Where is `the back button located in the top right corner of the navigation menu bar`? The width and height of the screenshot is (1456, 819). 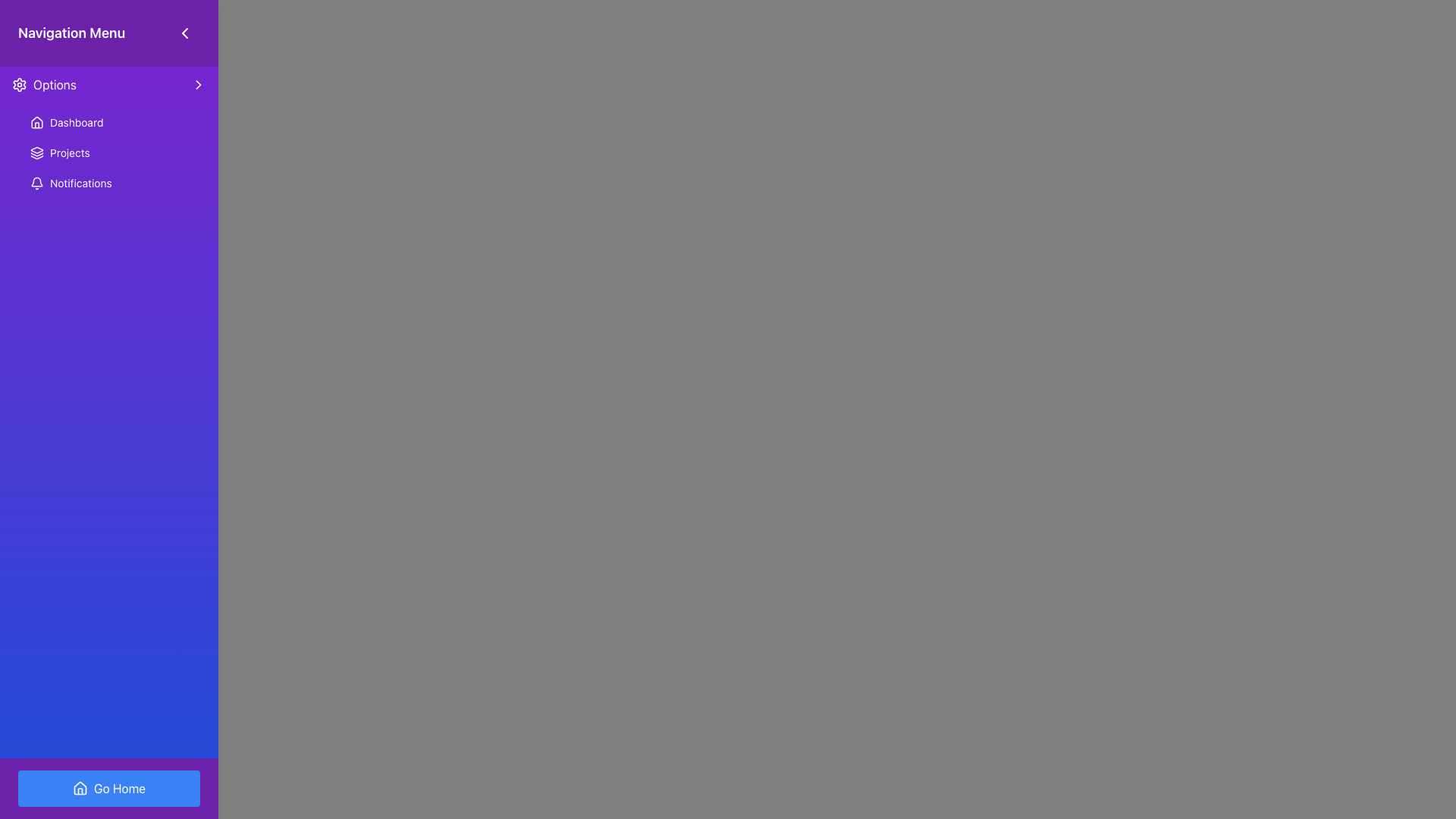 the back button located in the top right corner of the navigation menu bar is located at coordinates (184, 33).